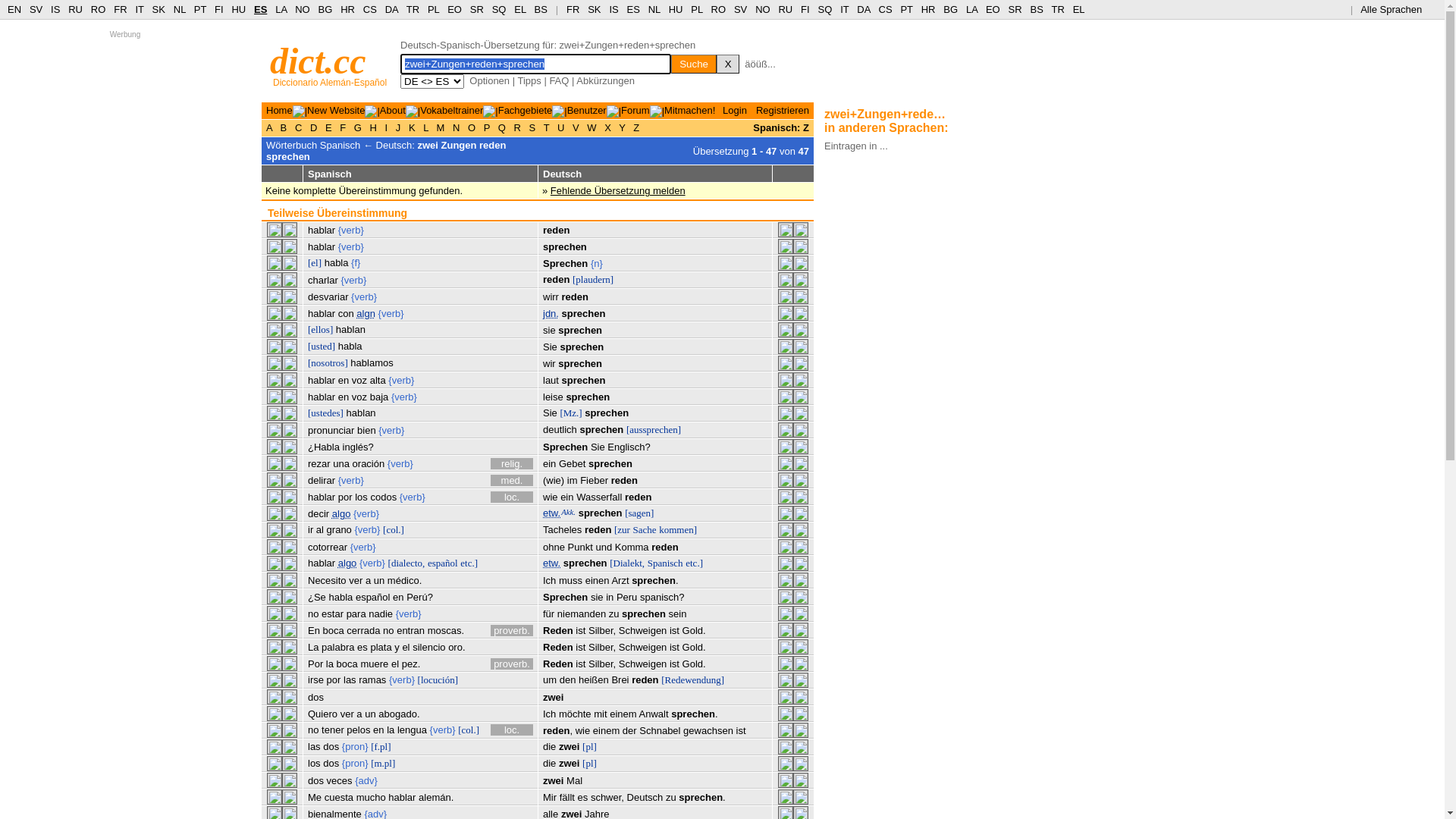  What do you see at coordinates (333, 630) in the screenshot?
I see `'boca'` at bounding box center [333, 630].